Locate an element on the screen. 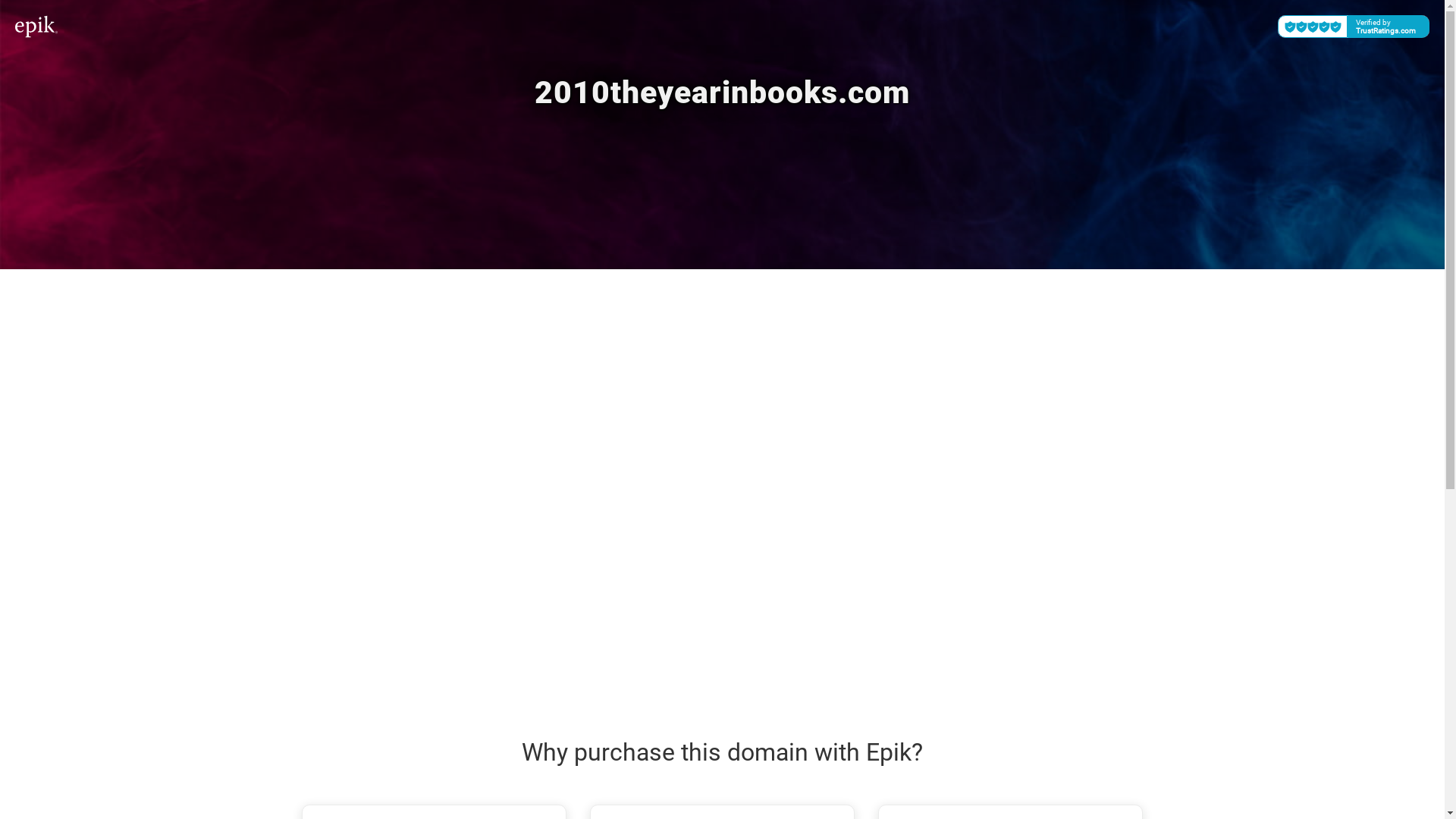 Image resolution: width=1456 pixels, height=819 pixels. 'Verified by TrustRatings.com' is located at coordinates (1354, 26).